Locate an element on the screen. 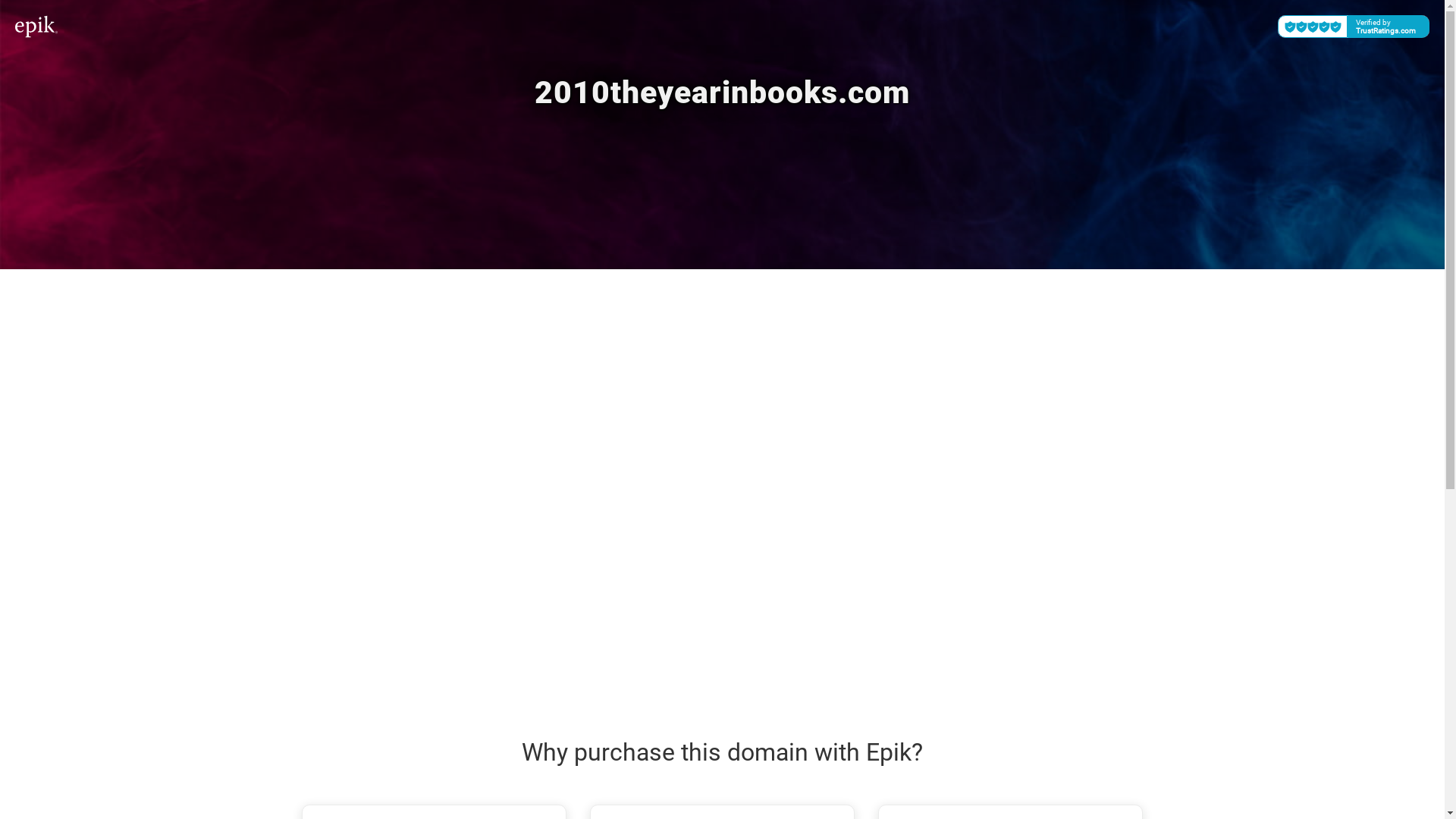 Image resolution: width=1456 pixels, height=819 pixels. 'Verified by TrustRatings.com' is located at coordinates (1354, 26).